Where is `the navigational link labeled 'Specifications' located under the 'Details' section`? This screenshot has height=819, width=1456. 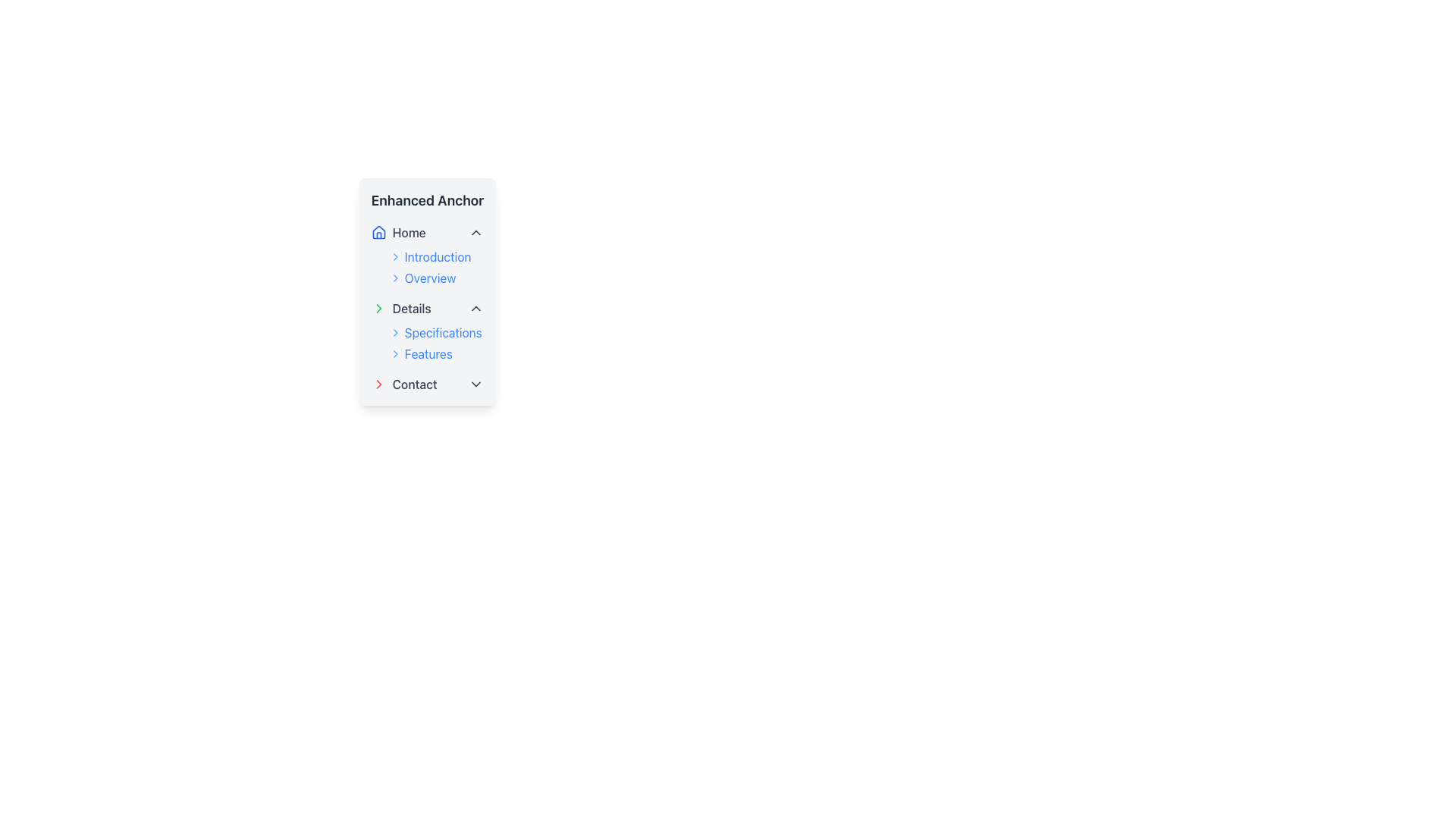
the navigational link labeled 'Specifications' located under the 'Details' section is located at coordinates (436, 332).